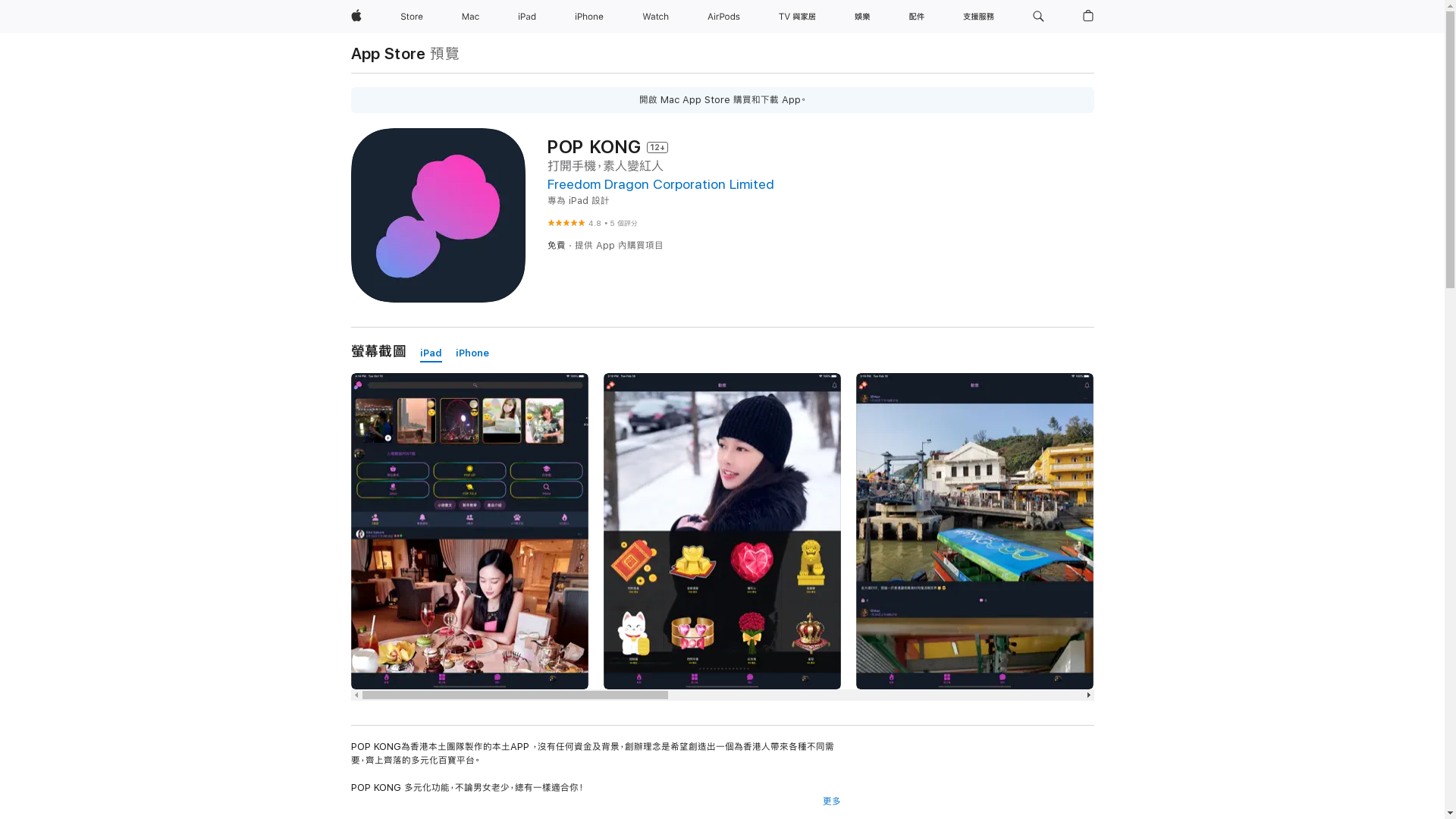  What do you see at coordinates (469, 17) in the screenshot?
I see `'Mac'` at bounding box center [469, 17].